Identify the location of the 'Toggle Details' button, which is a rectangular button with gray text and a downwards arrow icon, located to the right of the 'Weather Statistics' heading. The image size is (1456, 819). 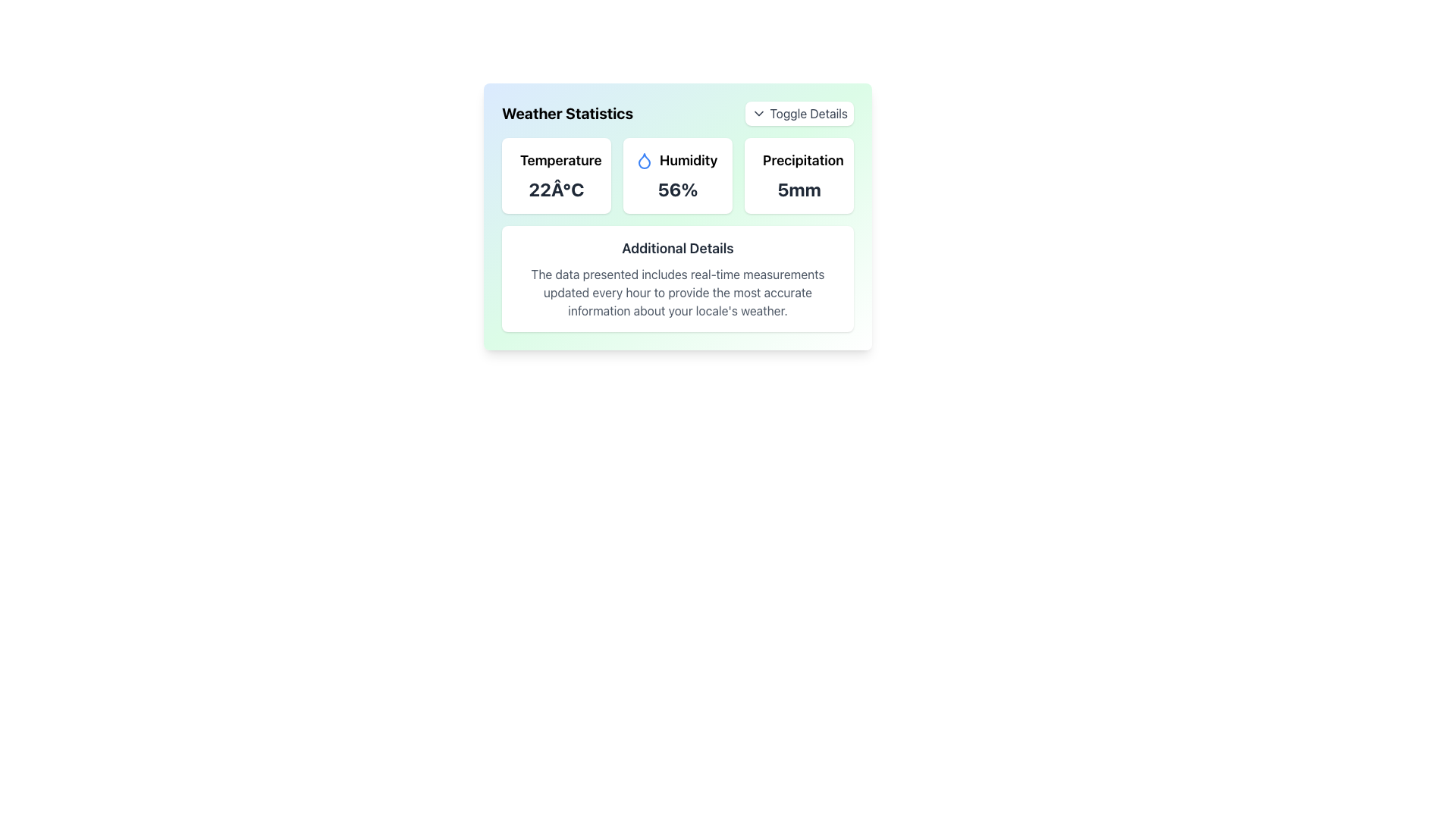
(799, 113).